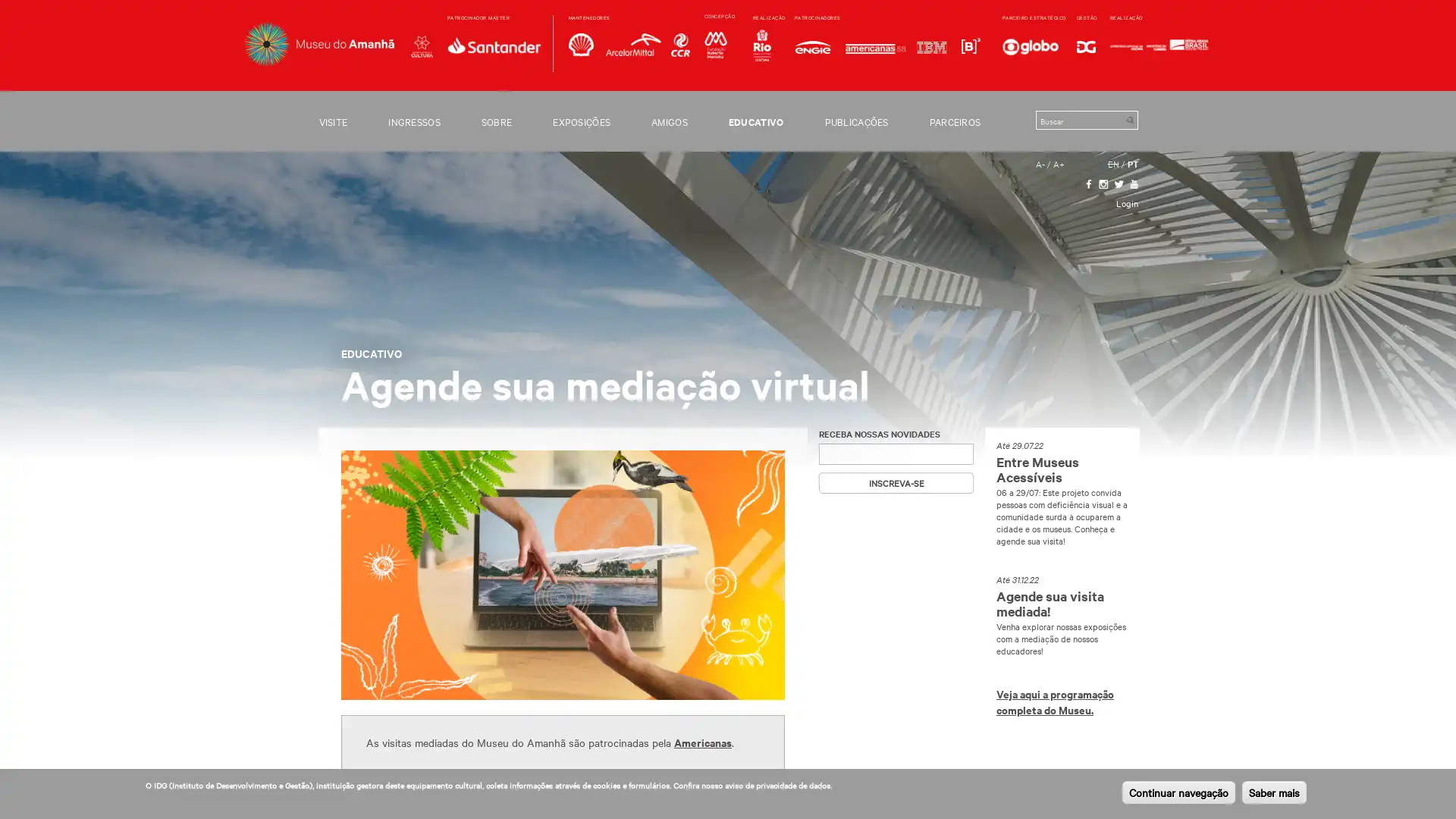 The width and height of the screenshot is (1456, 819). Describe the element at coordinates (1274, 792) in the screenshot. I see `Saber mais` at that location.